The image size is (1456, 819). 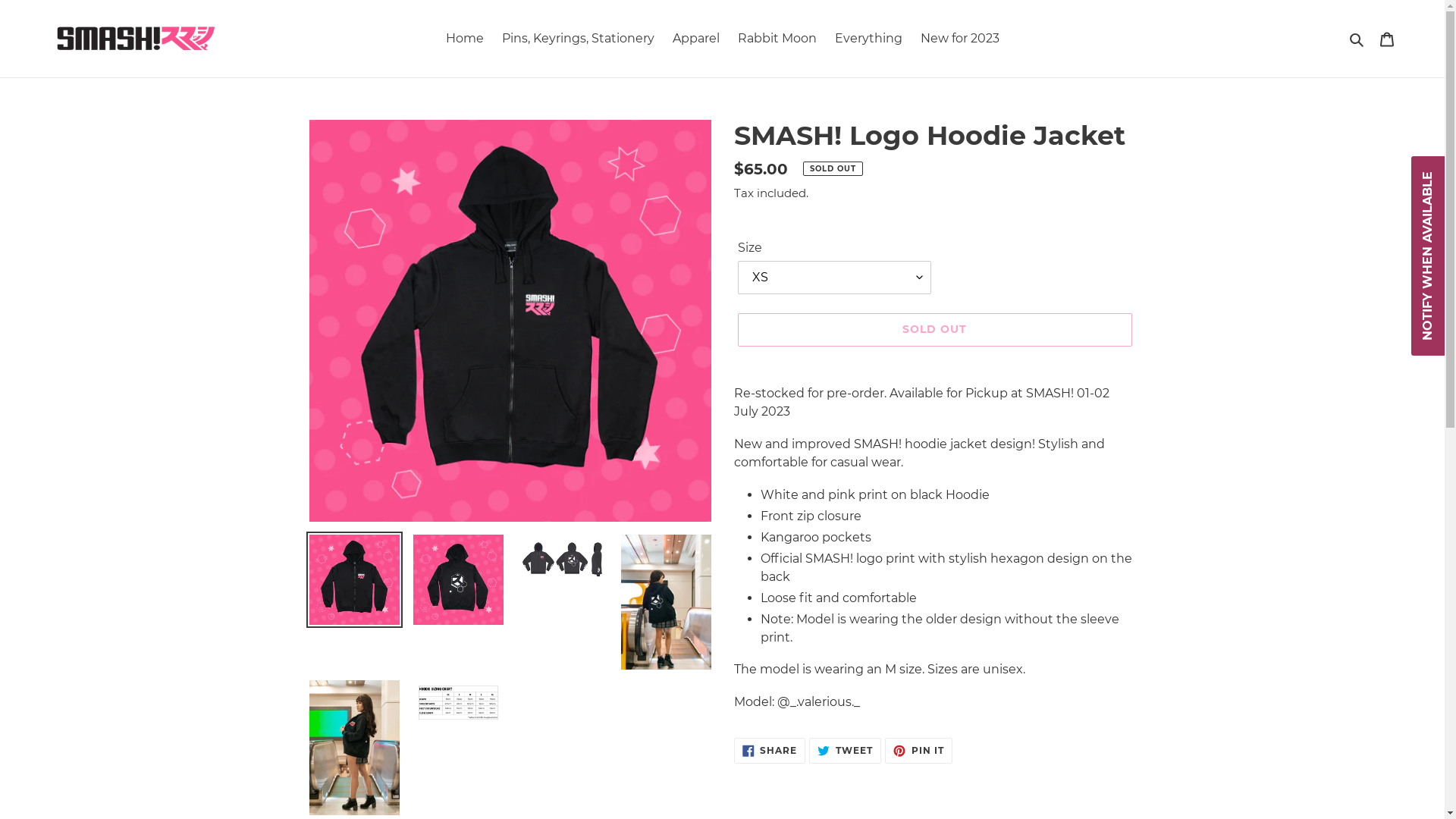 What do you see at coordinates (577, 37) in the screenshot?
I see `'Pins, Keyrings, Stationery'` at bounding box center [577, 37].